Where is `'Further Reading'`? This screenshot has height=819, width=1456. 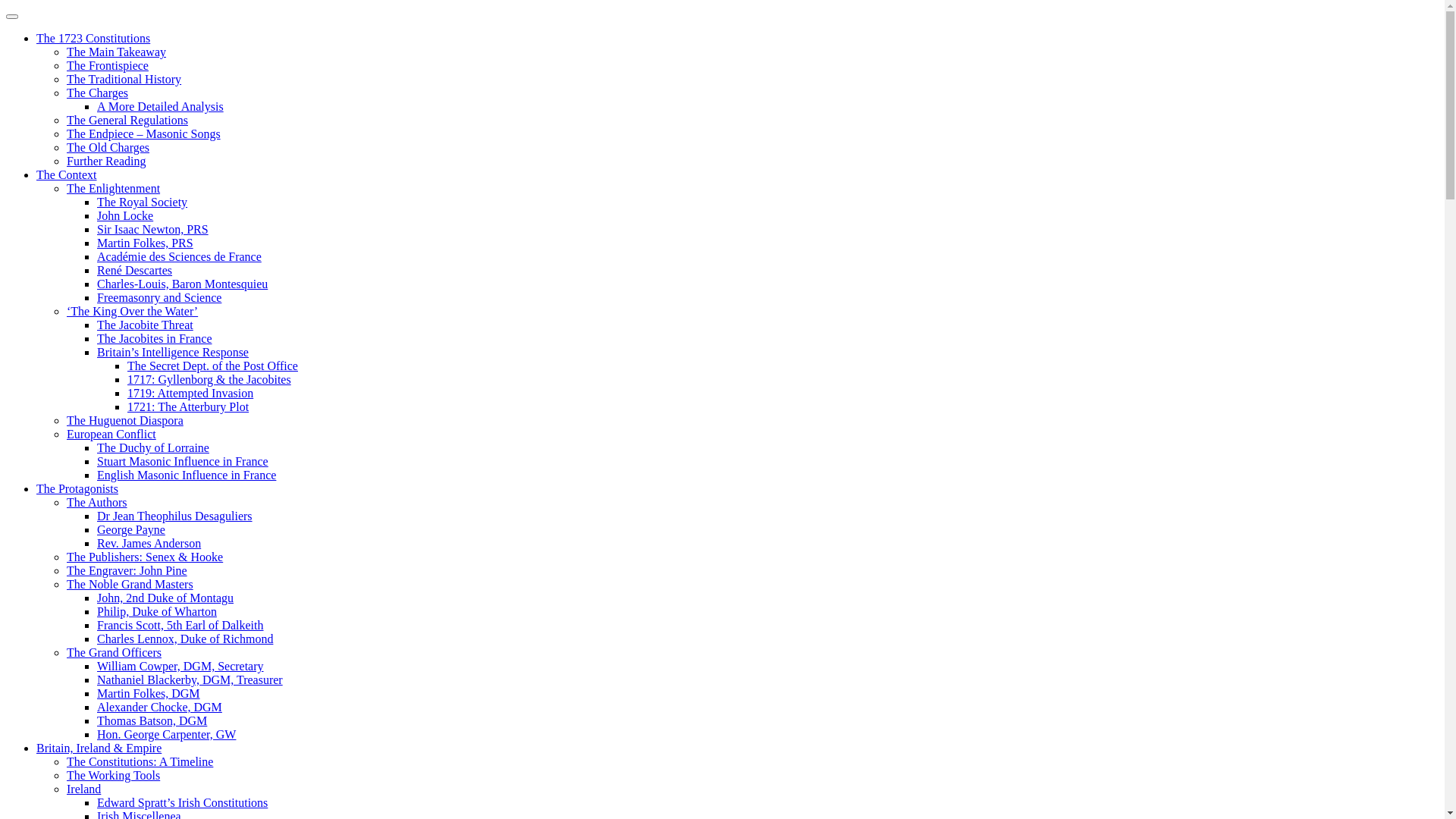
'Further Reading' is located at coordinates (65, 161).